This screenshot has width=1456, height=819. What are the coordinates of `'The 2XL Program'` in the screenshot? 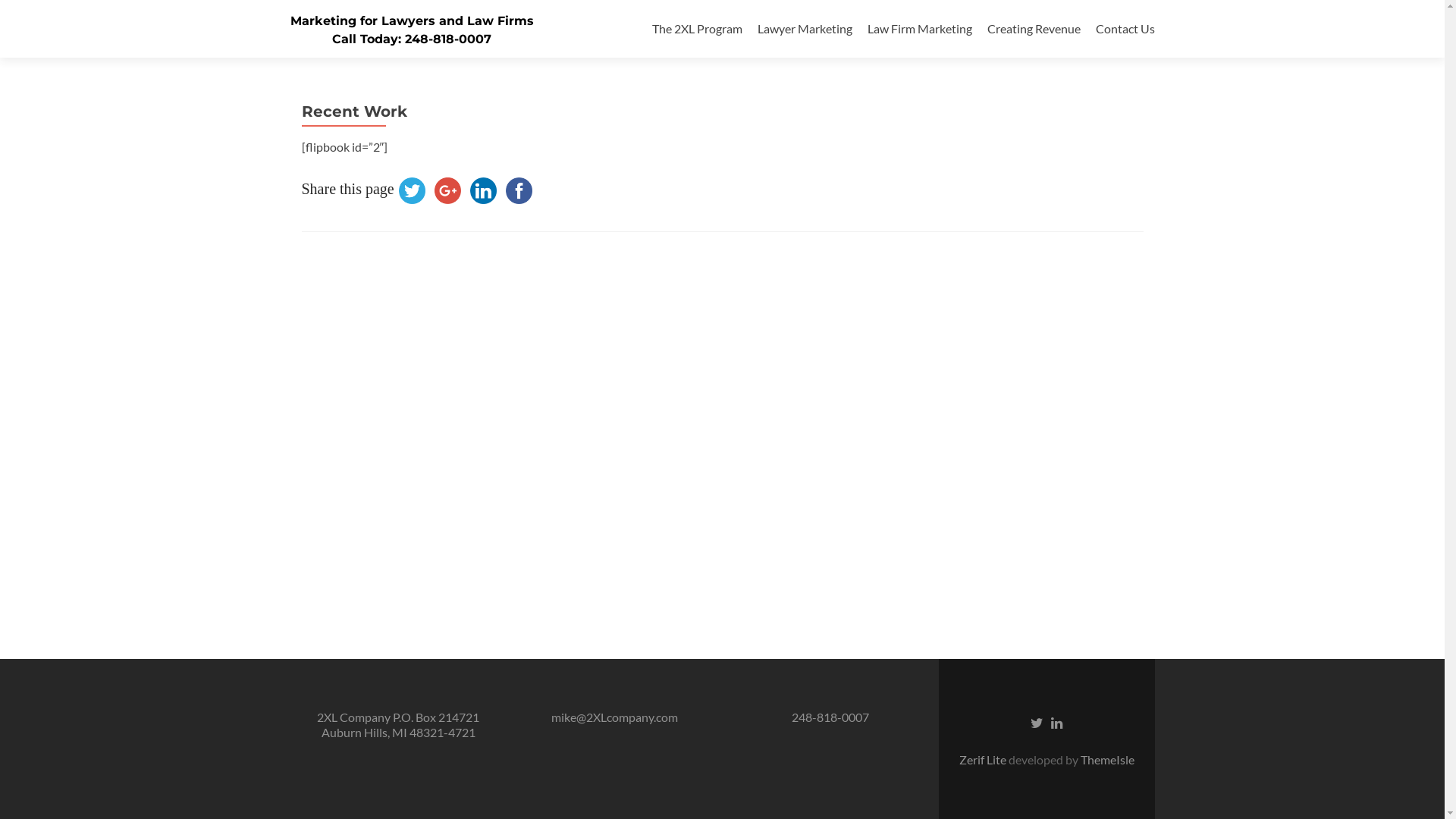 It's located at (696, 28).